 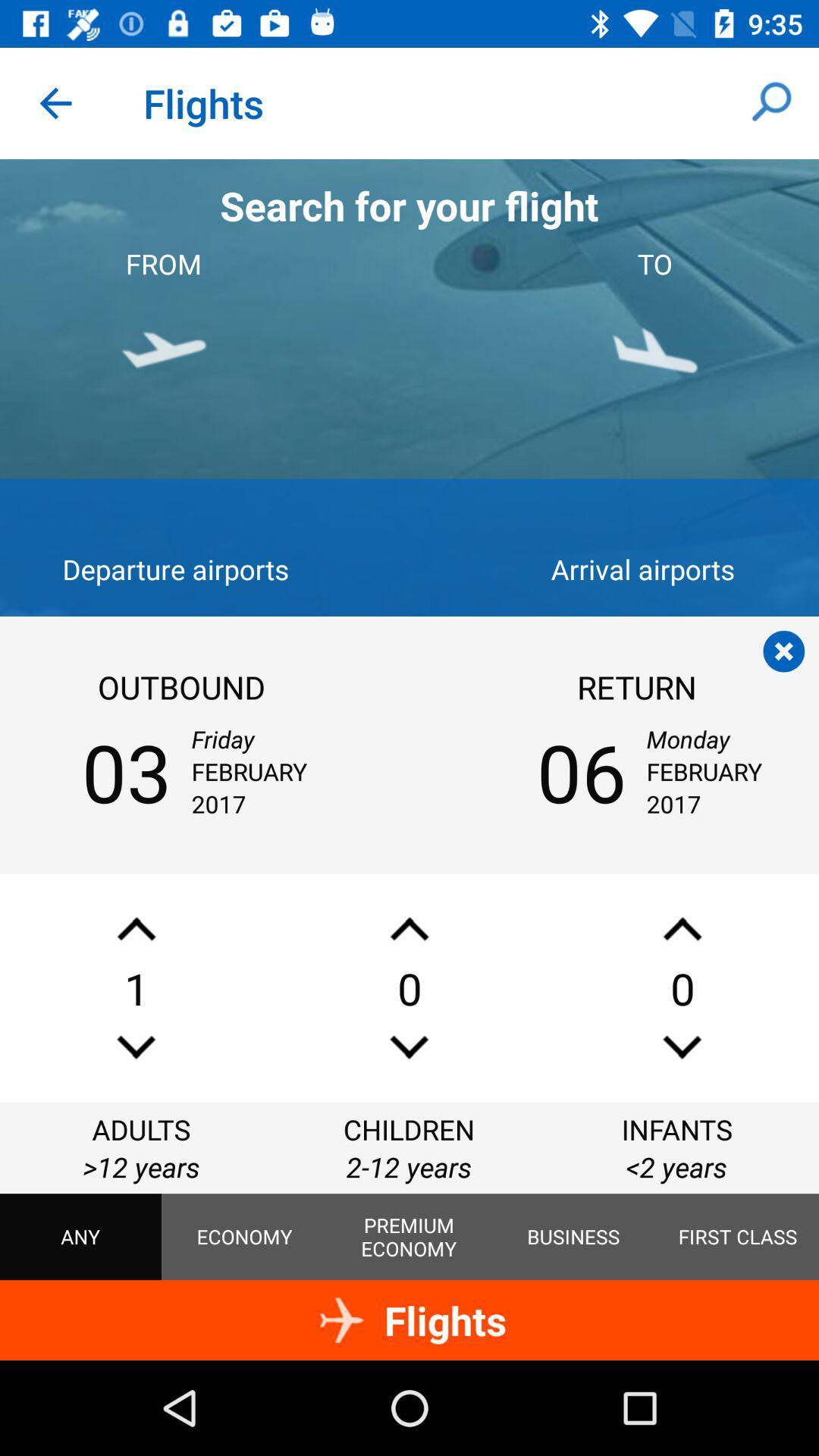 What do you see at coordinates (409, 928) in the screenshot?
I see `the font icon` at bounding box center [409, 928].